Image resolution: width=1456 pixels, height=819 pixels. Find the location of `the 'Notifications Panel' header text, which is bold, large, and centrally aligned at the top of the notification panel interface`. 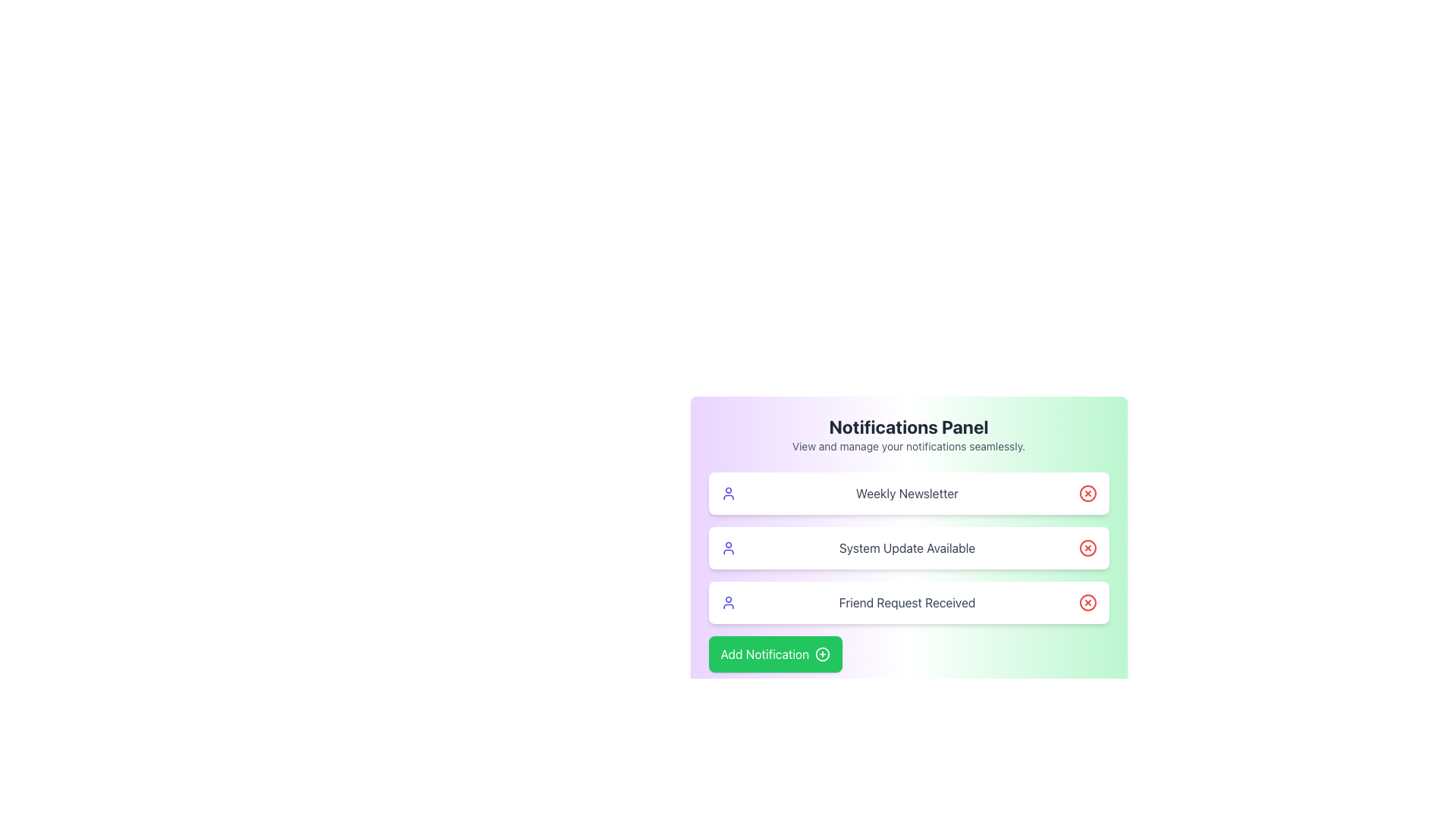

the 'Notifications Panel' header text, which is bold, large, and centrally aligned at the top of the notification panel interface is located at coordinates (908, 427).